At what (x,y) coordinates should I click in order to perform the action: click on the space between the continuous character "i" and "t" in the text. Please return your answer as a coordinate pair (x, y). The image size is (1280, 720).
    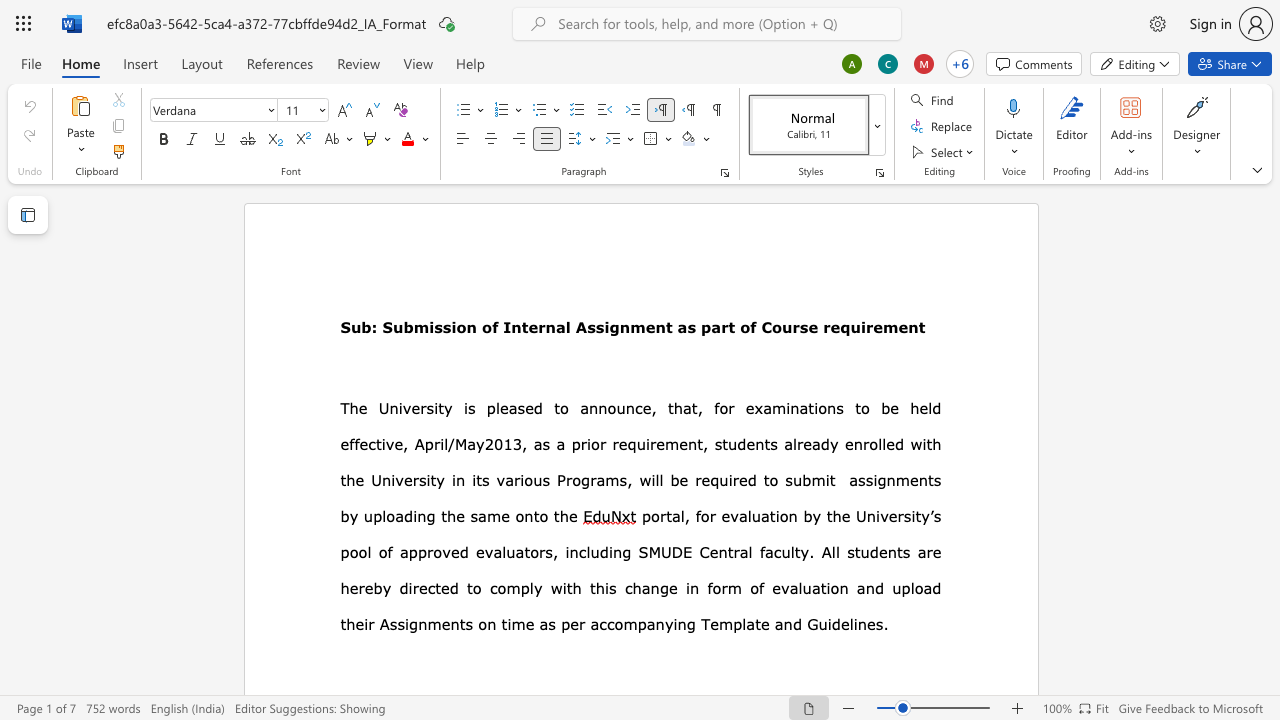
    Looking at the image, I should click on (566, 587).